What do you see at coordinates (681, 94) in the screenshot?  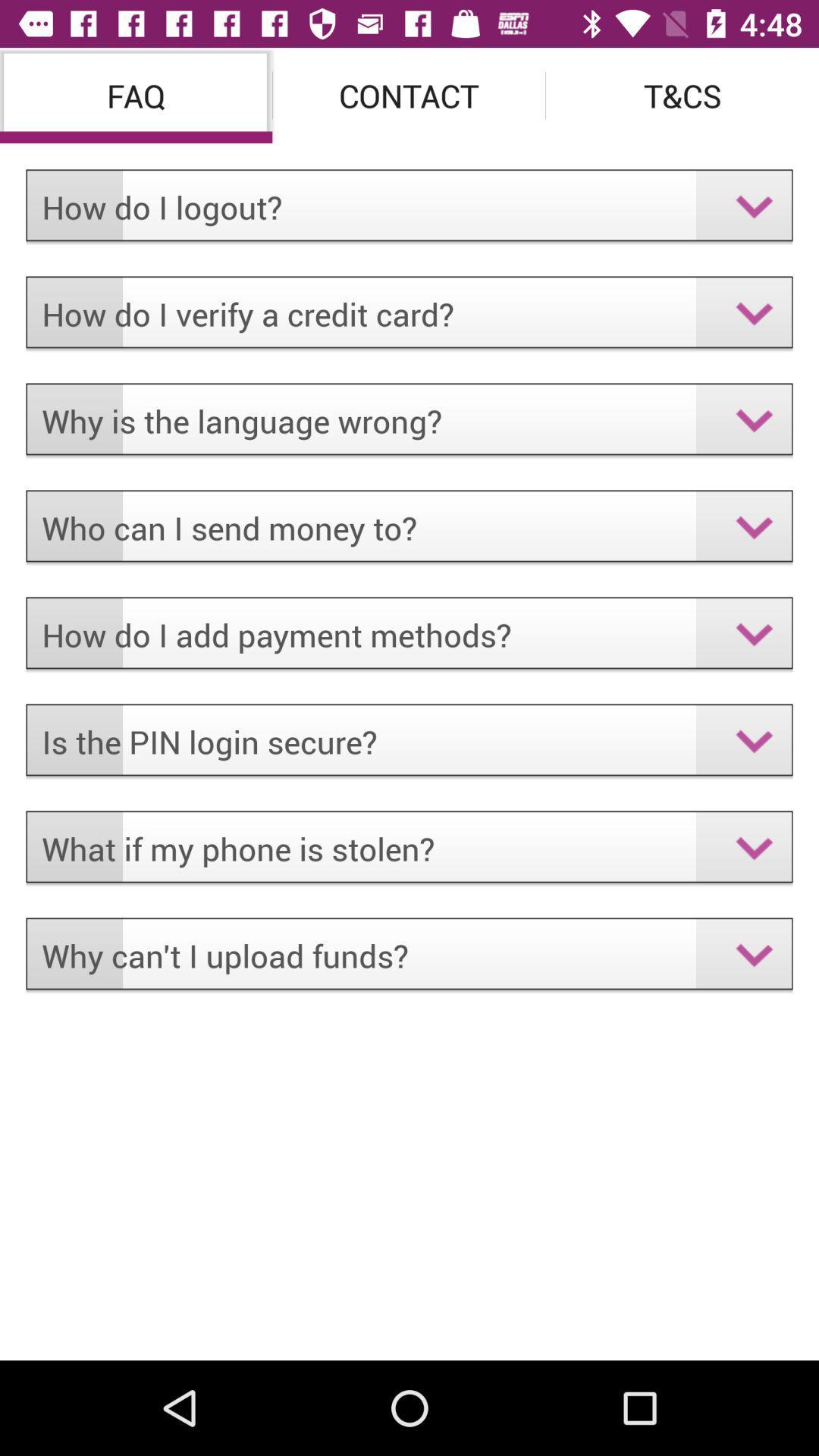 I see `the item to the right of the contact` at bounding box center [681, 94].